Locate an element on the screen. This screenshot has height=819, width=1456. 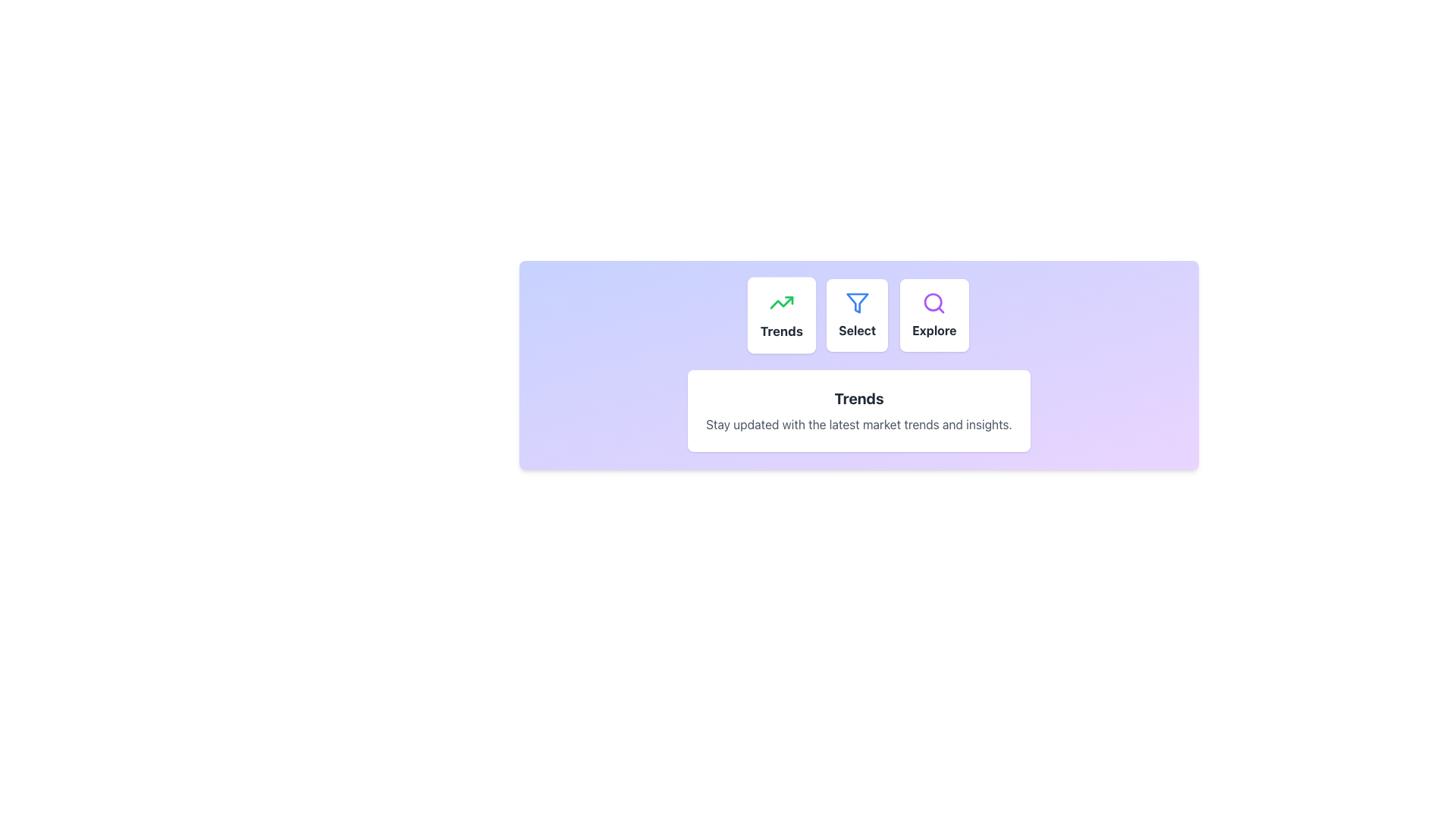
the circular graphic element located in the center of the magnifying glass icon, which is the third icon from the left in the row labeled 'Trends', 'Select', and 'Explore' is located at coordinates (932, 302).